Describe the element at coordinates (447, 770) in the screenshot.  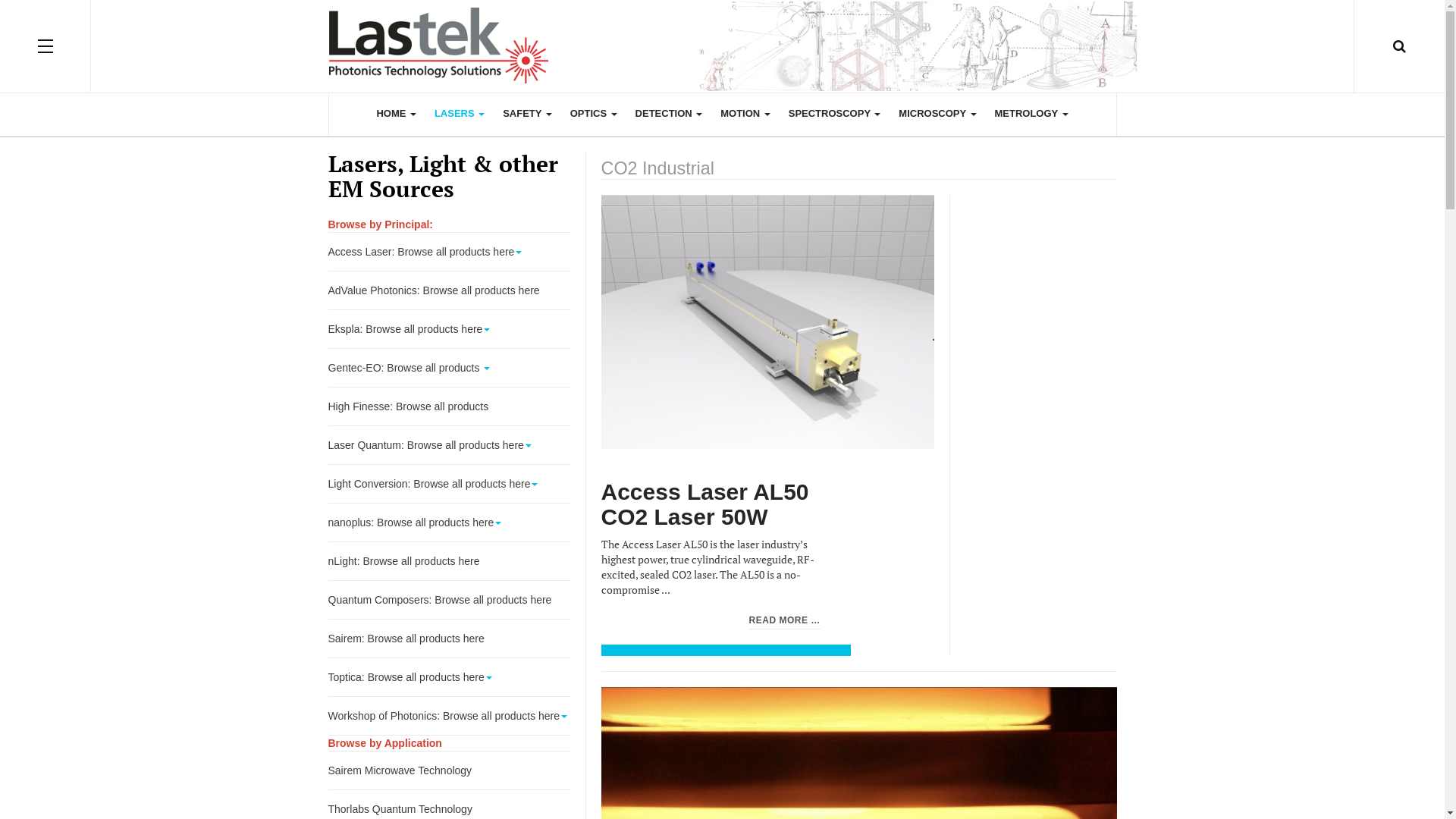
I see `'Sairem Microwave Technology'` at that location.